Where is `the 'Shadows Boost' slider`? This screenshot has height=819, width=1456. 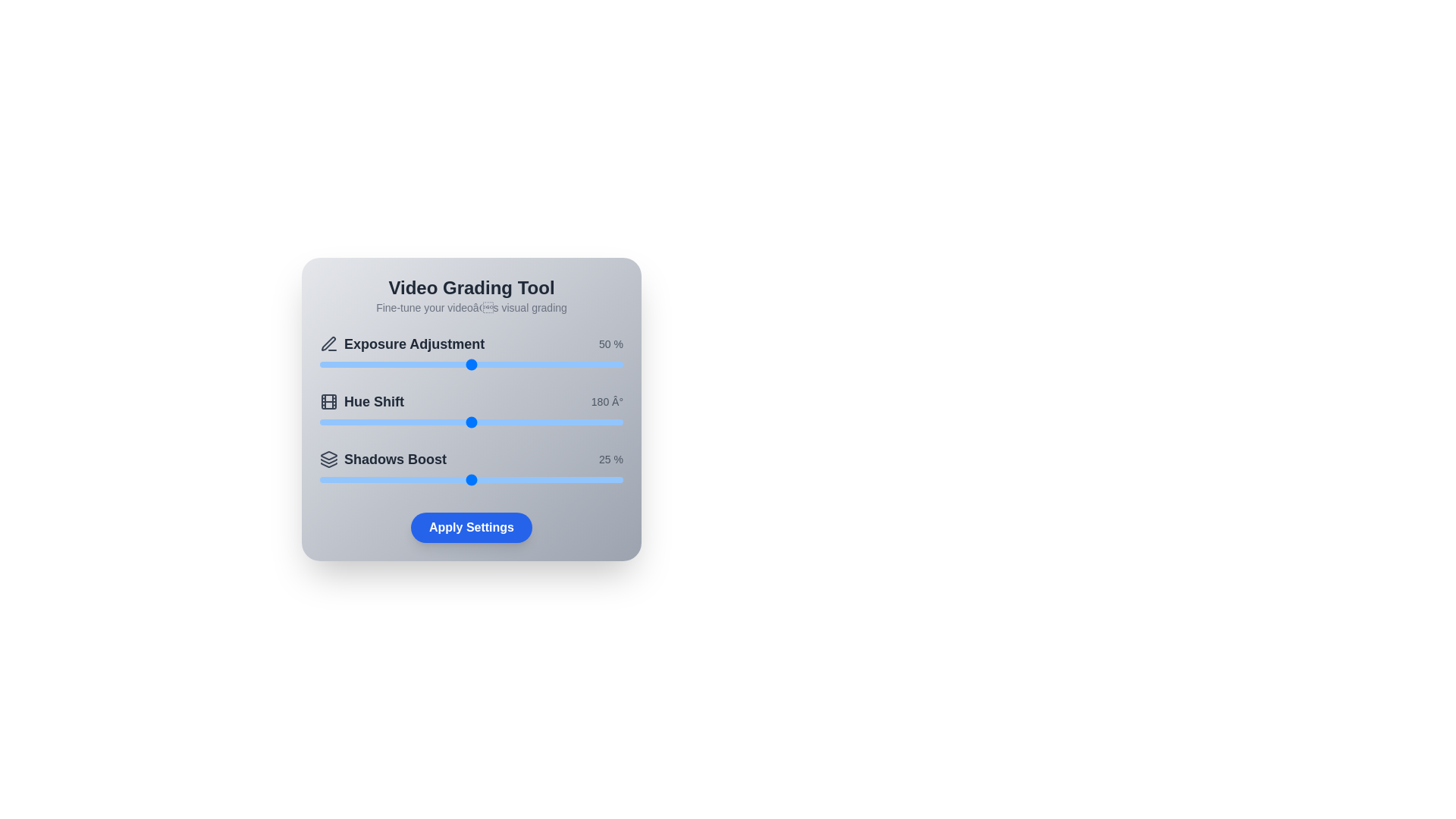 the 'Shadows Boost' slider is located at coordinates (580, 479).